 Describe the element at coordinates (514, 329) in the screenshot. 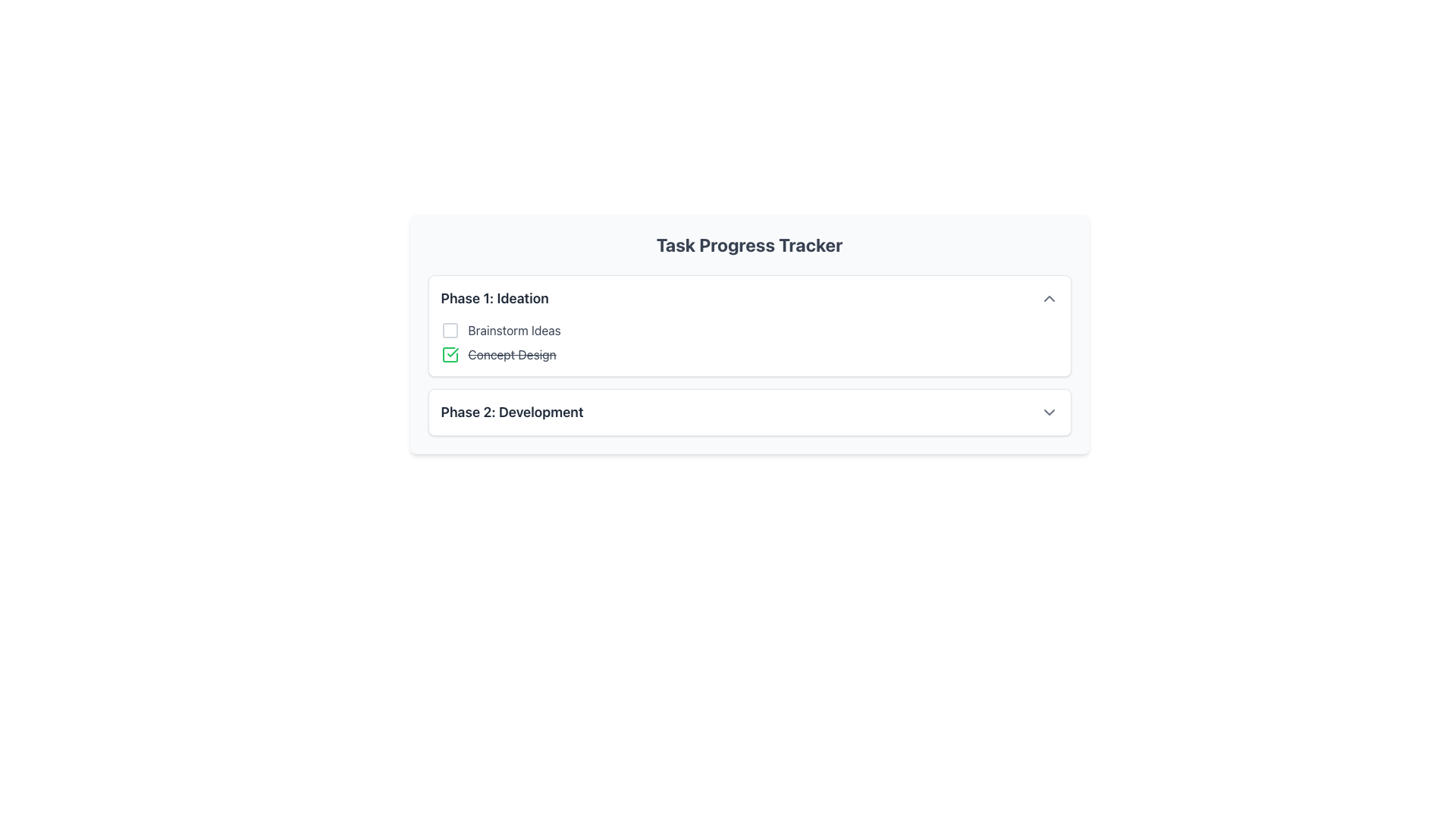

I see `the text label displaying 'Brainstorm Ideas' in the 'Phase 1: Ideation' section for interaction` at that location.